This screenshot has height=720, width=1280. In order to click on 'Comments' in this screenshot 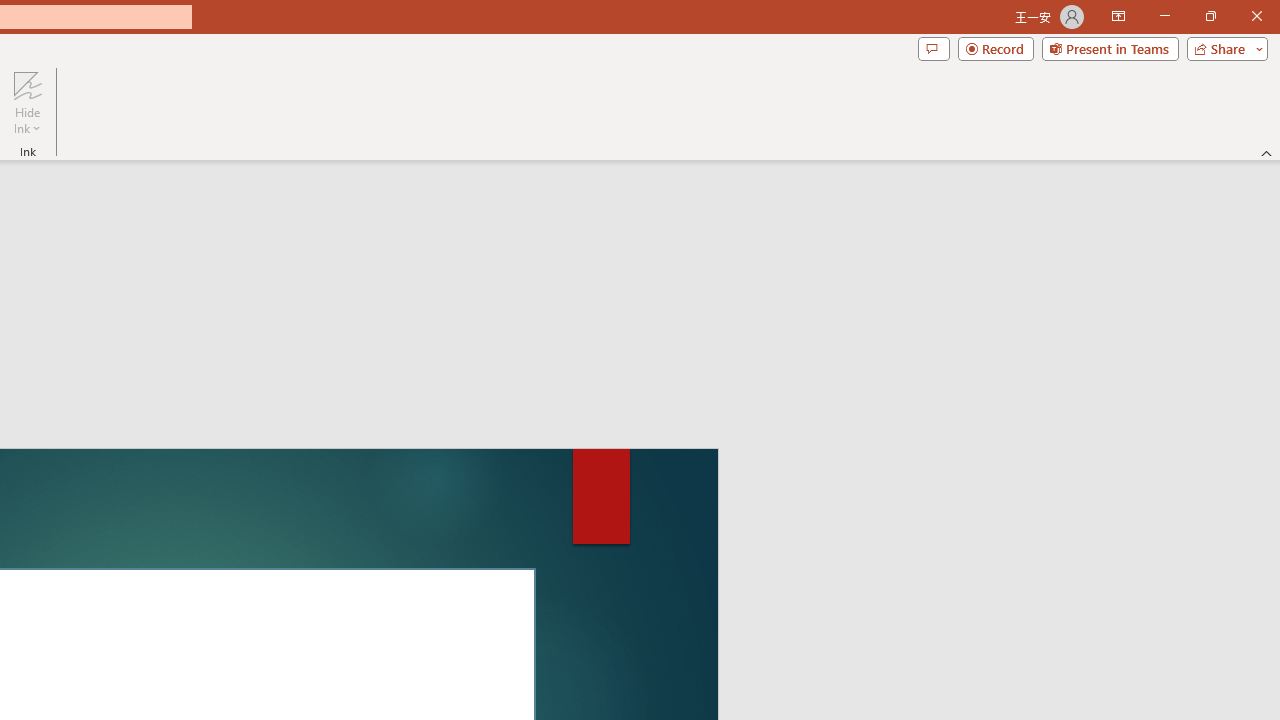, I will do `click(932, 47)`.